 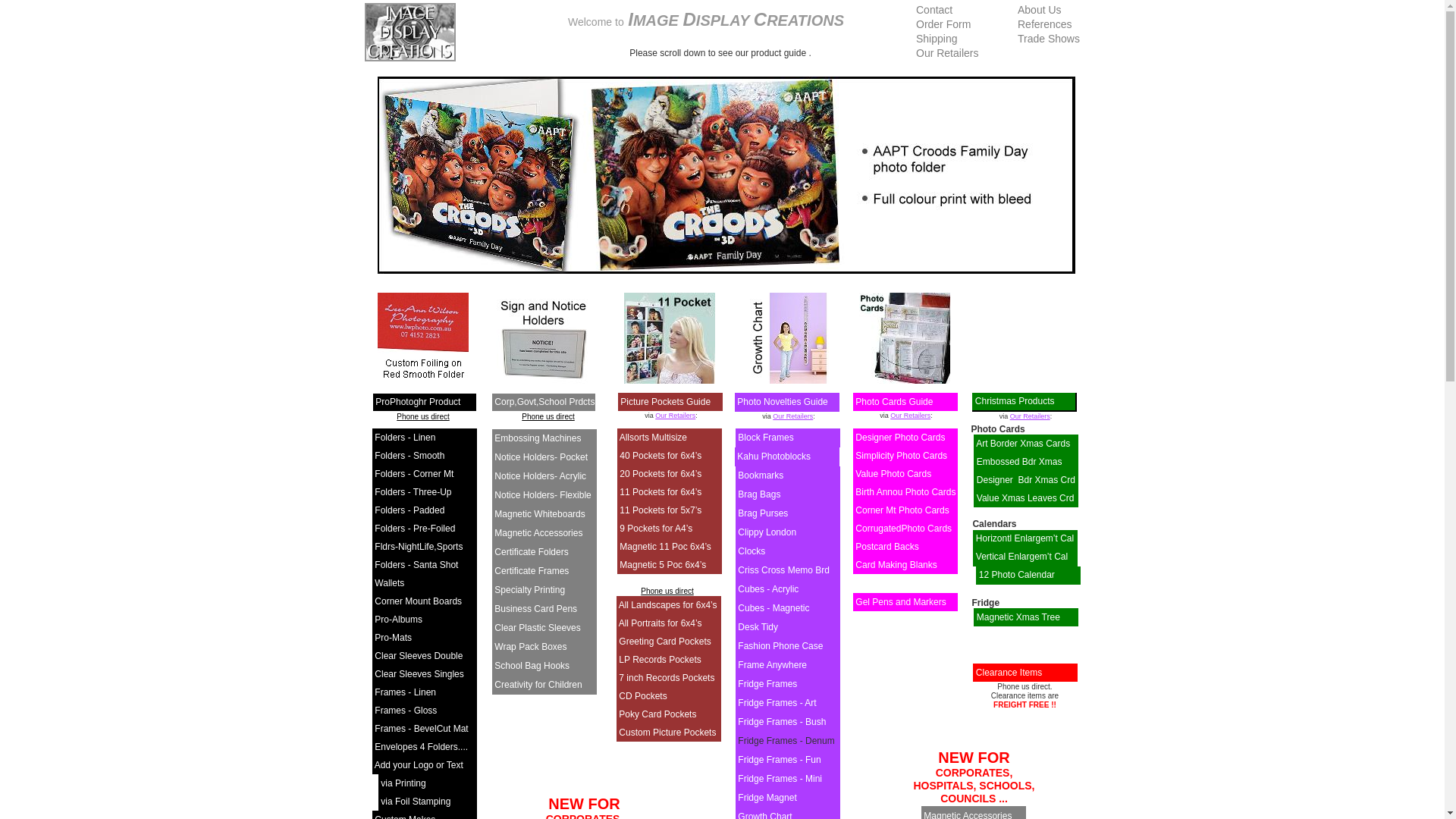 I want to click on 'Magnetic Xmas Tree', so click(x=1018, y=617).